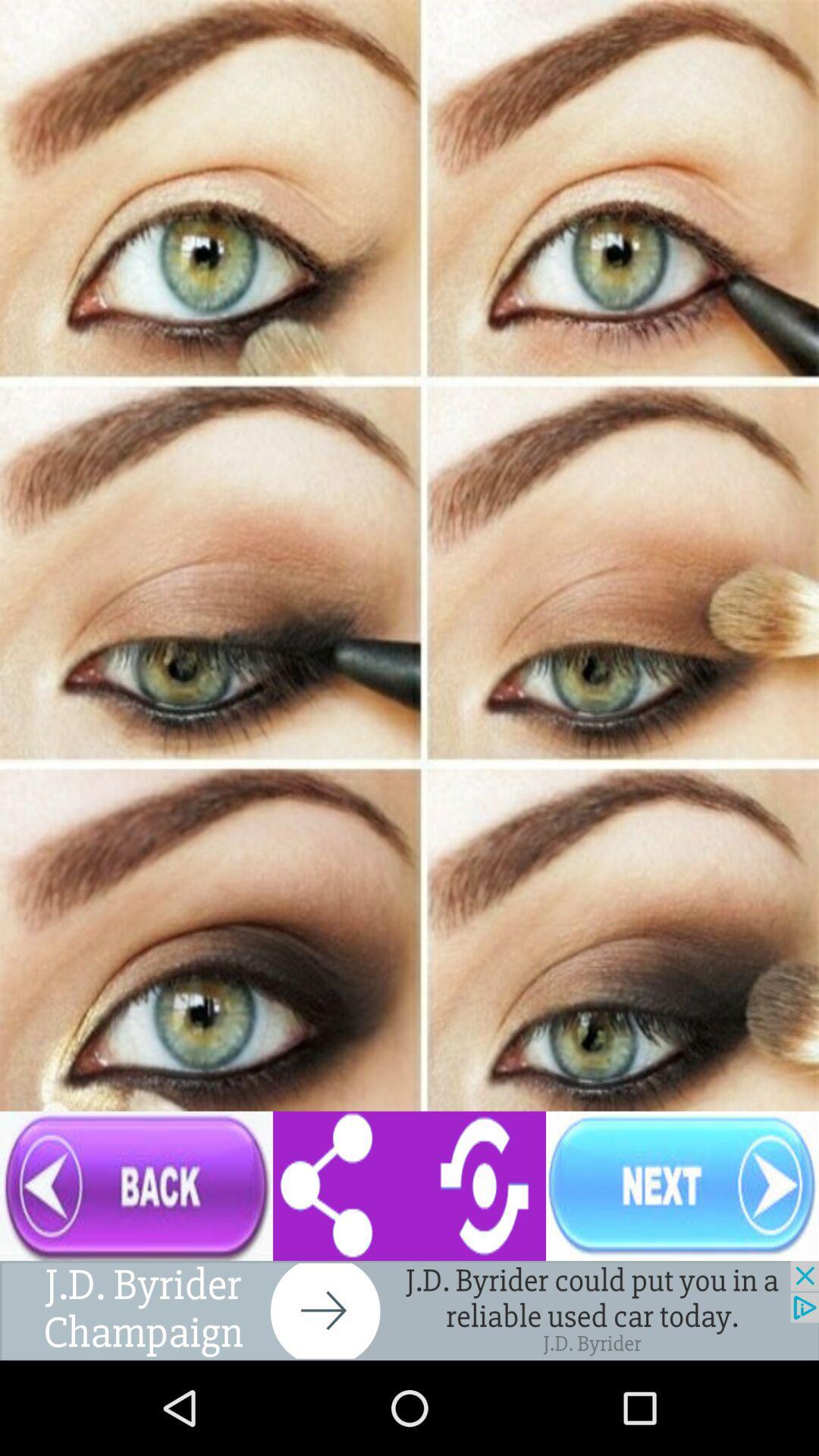 Image resolution: width=819 pixels, height=1456 pixels. Describe the element at coordinates (409, 1185) in the screenshot. I see `share page` at that location.